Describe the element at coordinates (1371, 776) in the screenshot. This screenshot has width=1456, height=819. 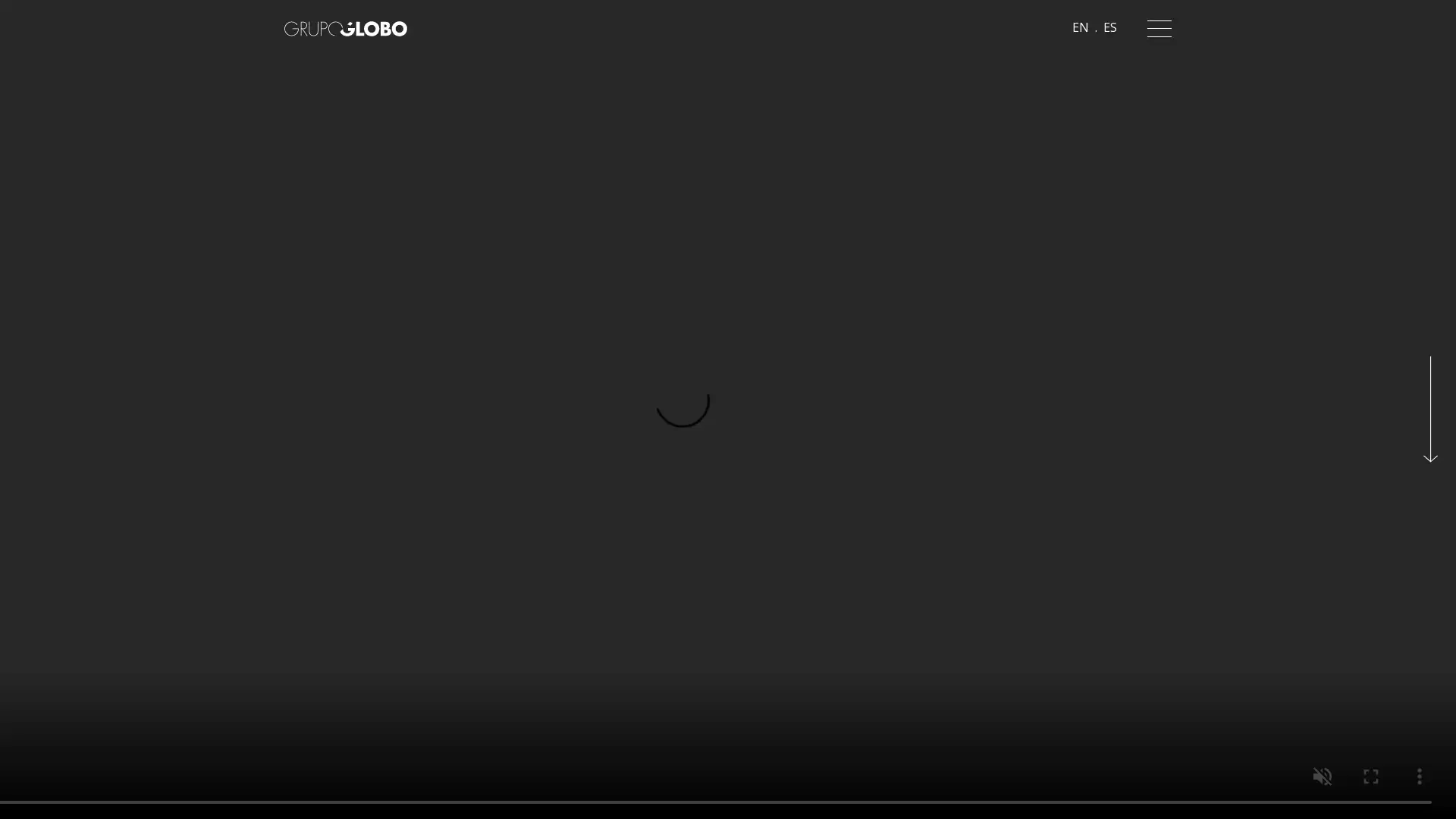
I see `enter full screen` at that location.